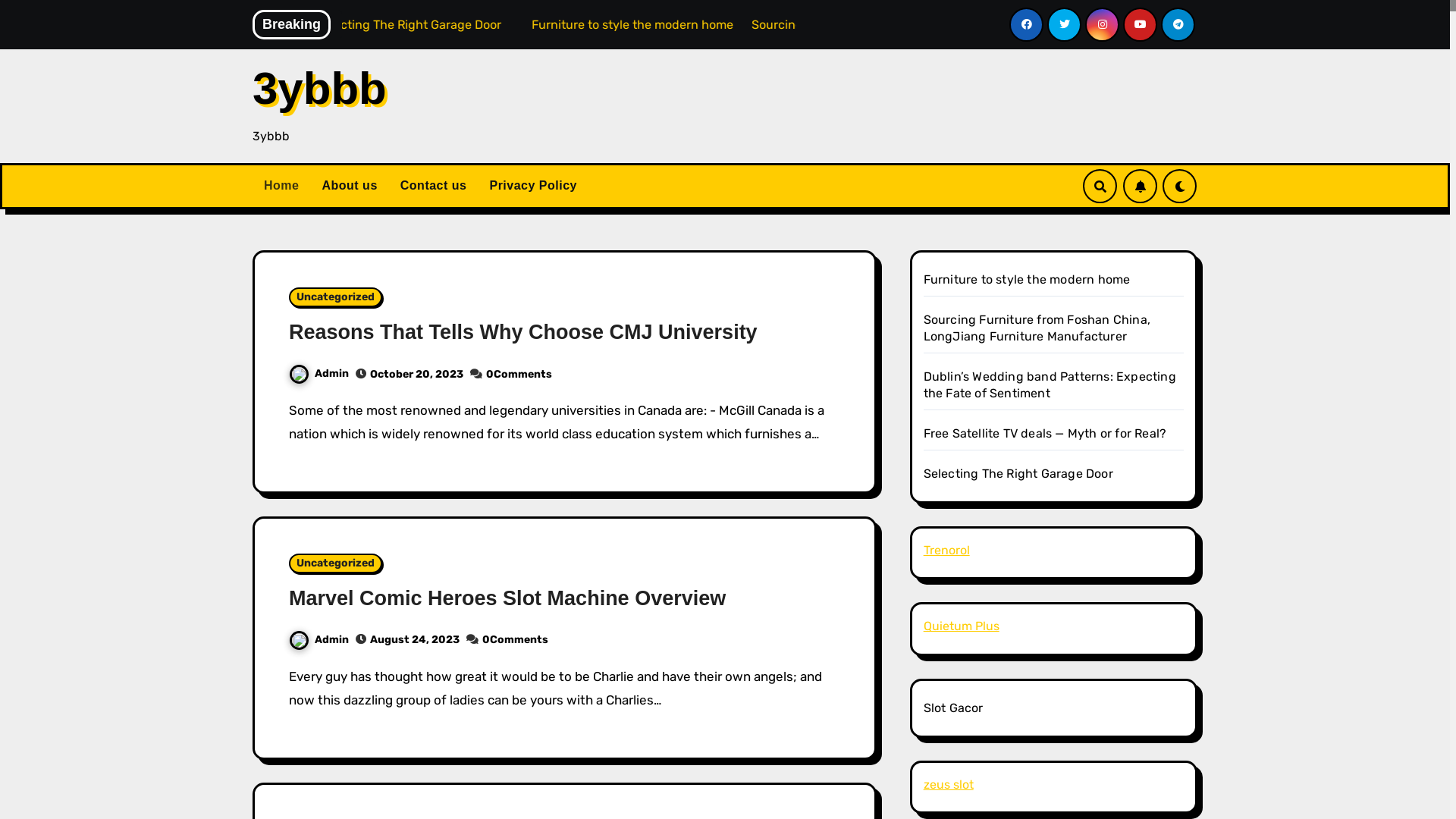  Describe the element at coordinates (252, 88) in the screenshot. I see `'3ybbb'` at that location.